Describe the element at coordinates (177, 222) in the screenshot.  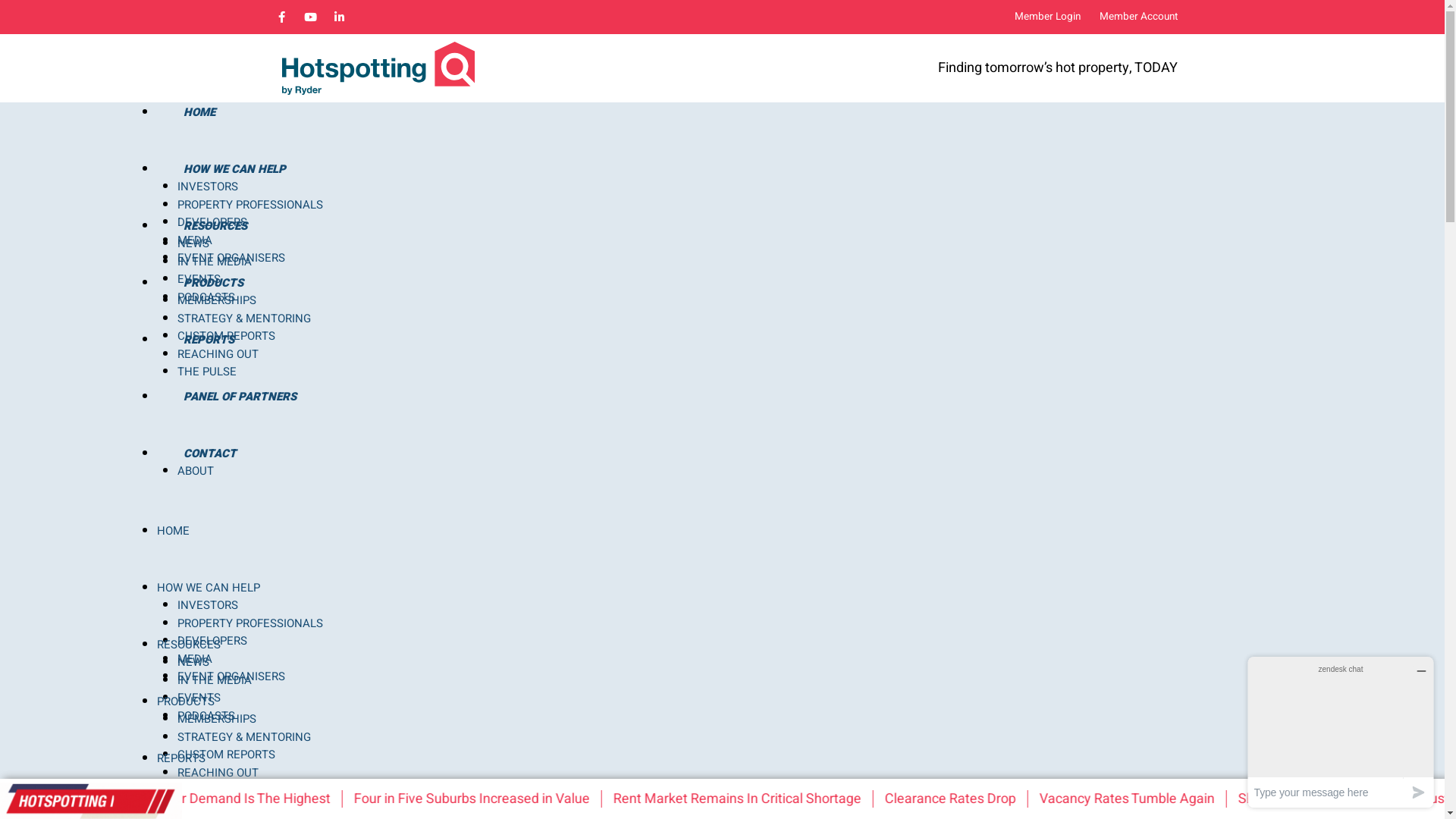
I see `'DEVELOPERS'` at that location.